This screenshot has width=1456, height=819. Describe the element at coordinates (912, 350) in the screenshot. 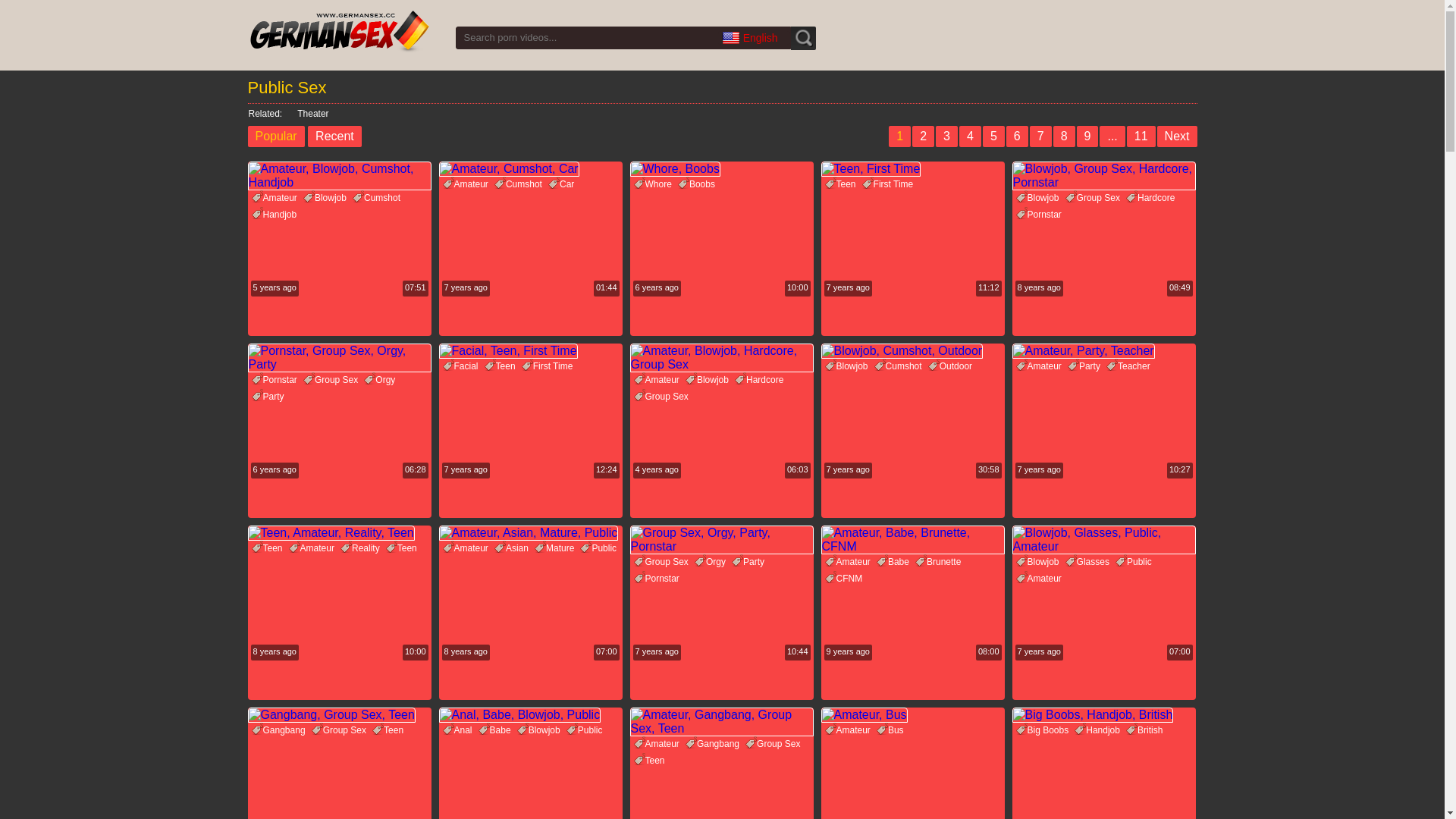

I see `'Blowjob, Cumshot, Outdoor'` at that location.